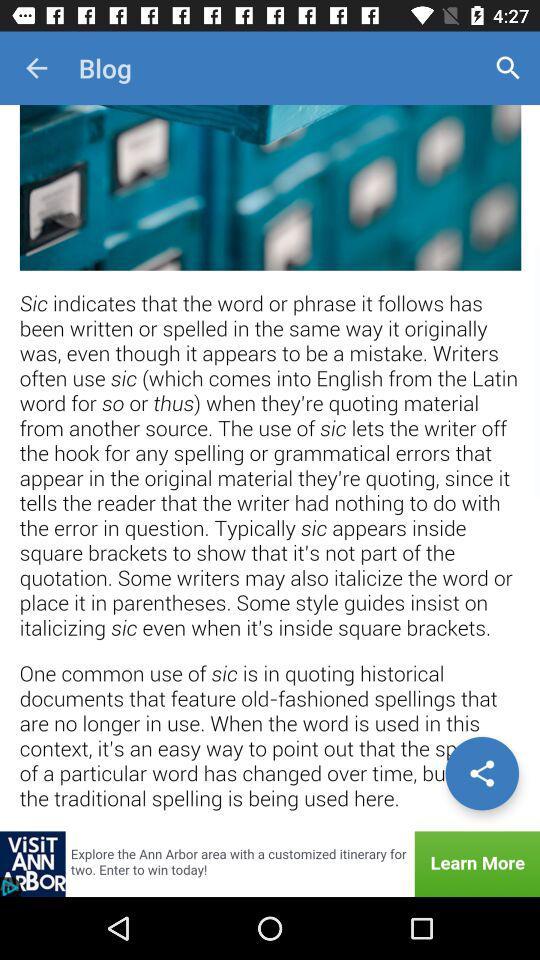 The width and height of the screenshot is (540, 960). Describe the element at coordinates (270, 468) in the screenshot. I see `shows the en` at that location.